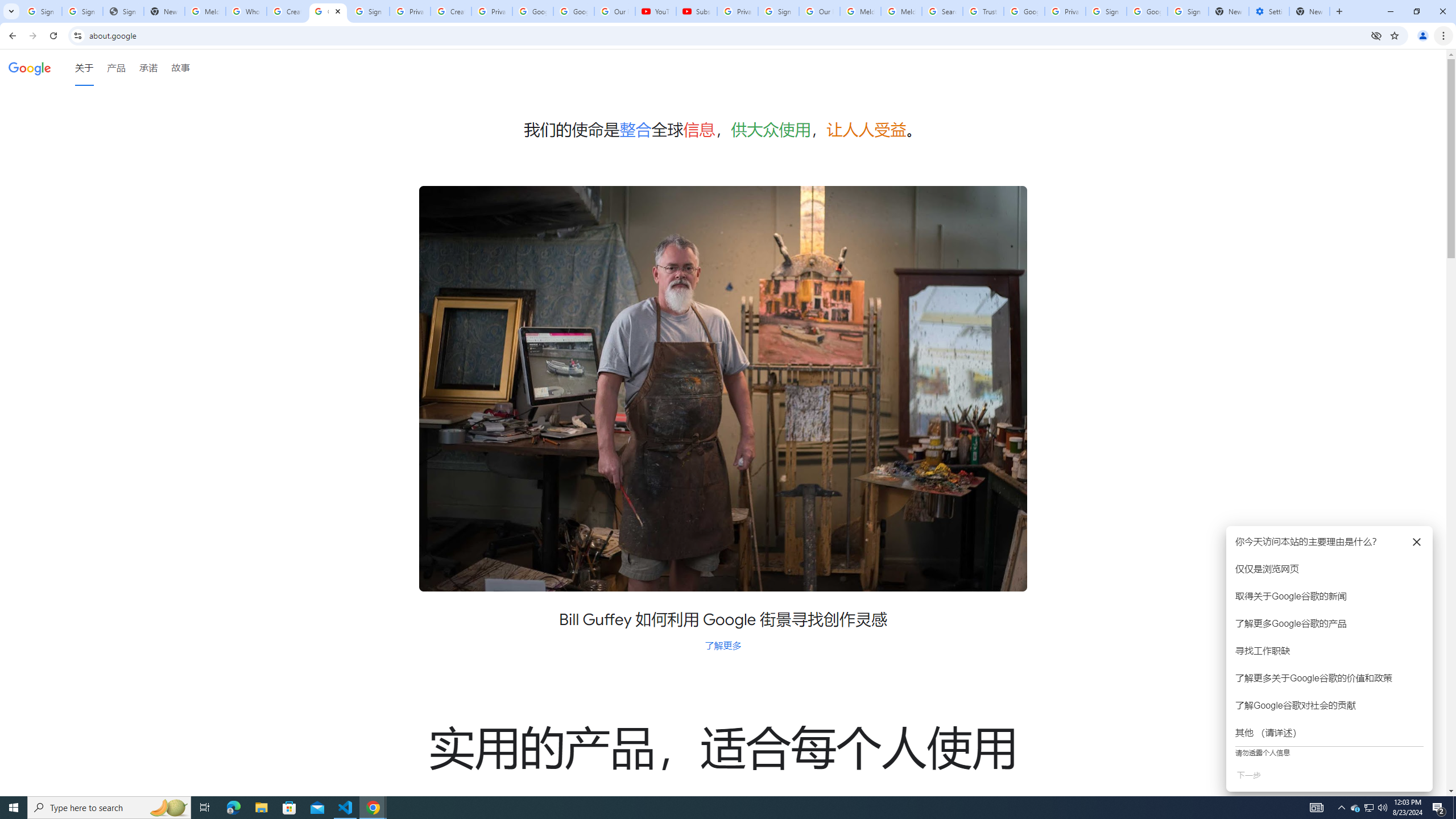 The image size is (1456, 819). Describe the element at coordinates (983, 11) in the screenshot. I see `'Trusted Information and Content - Google Safety Center'` at that location.